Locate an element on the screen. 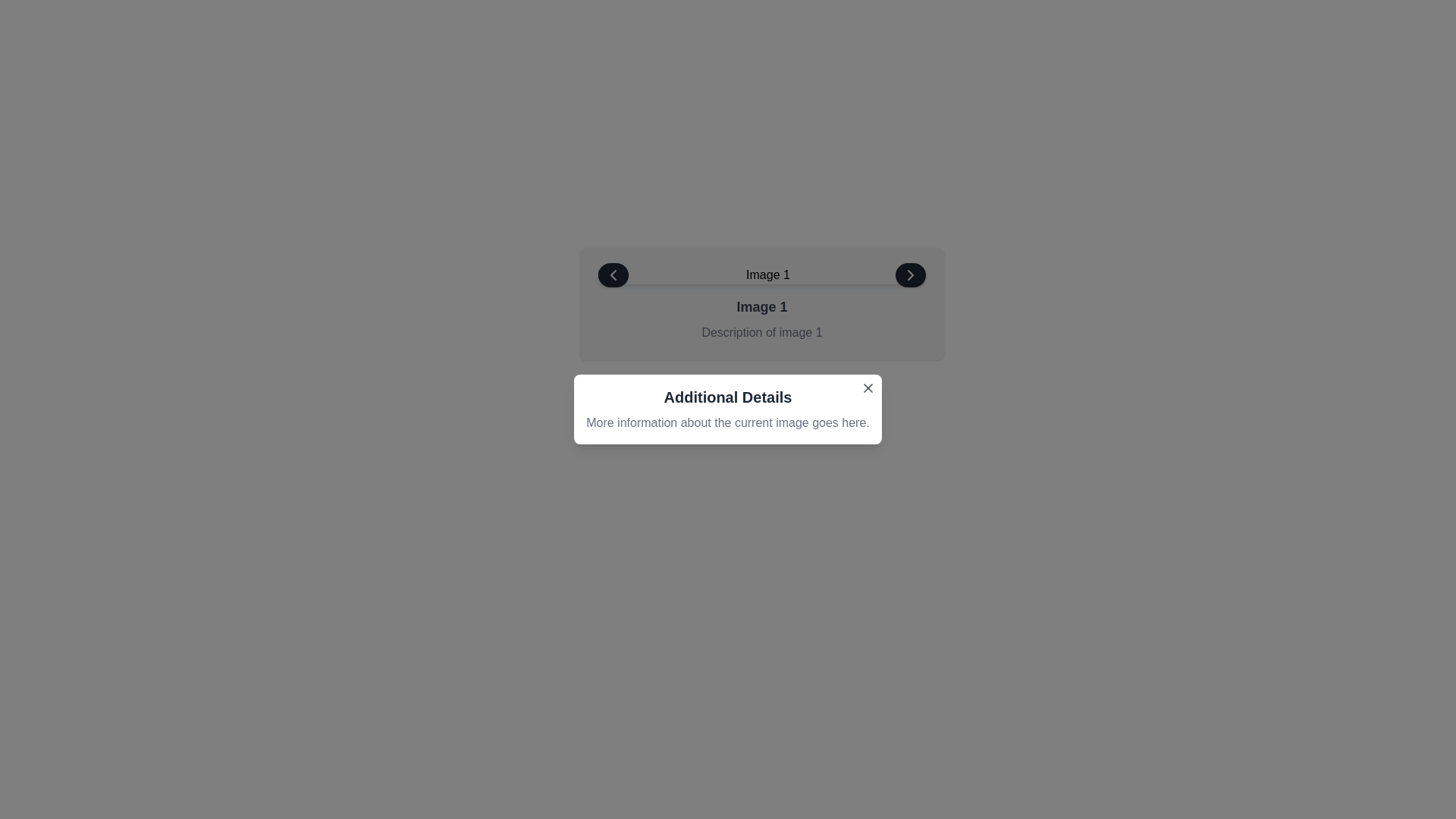 The height and width of the screenshot is (819, 1456). the rightward chevron arrow icon, which is styled with a minimalist design and located in the rightmost section of the horizontal navigation bar is located at coordinates (910, 275).